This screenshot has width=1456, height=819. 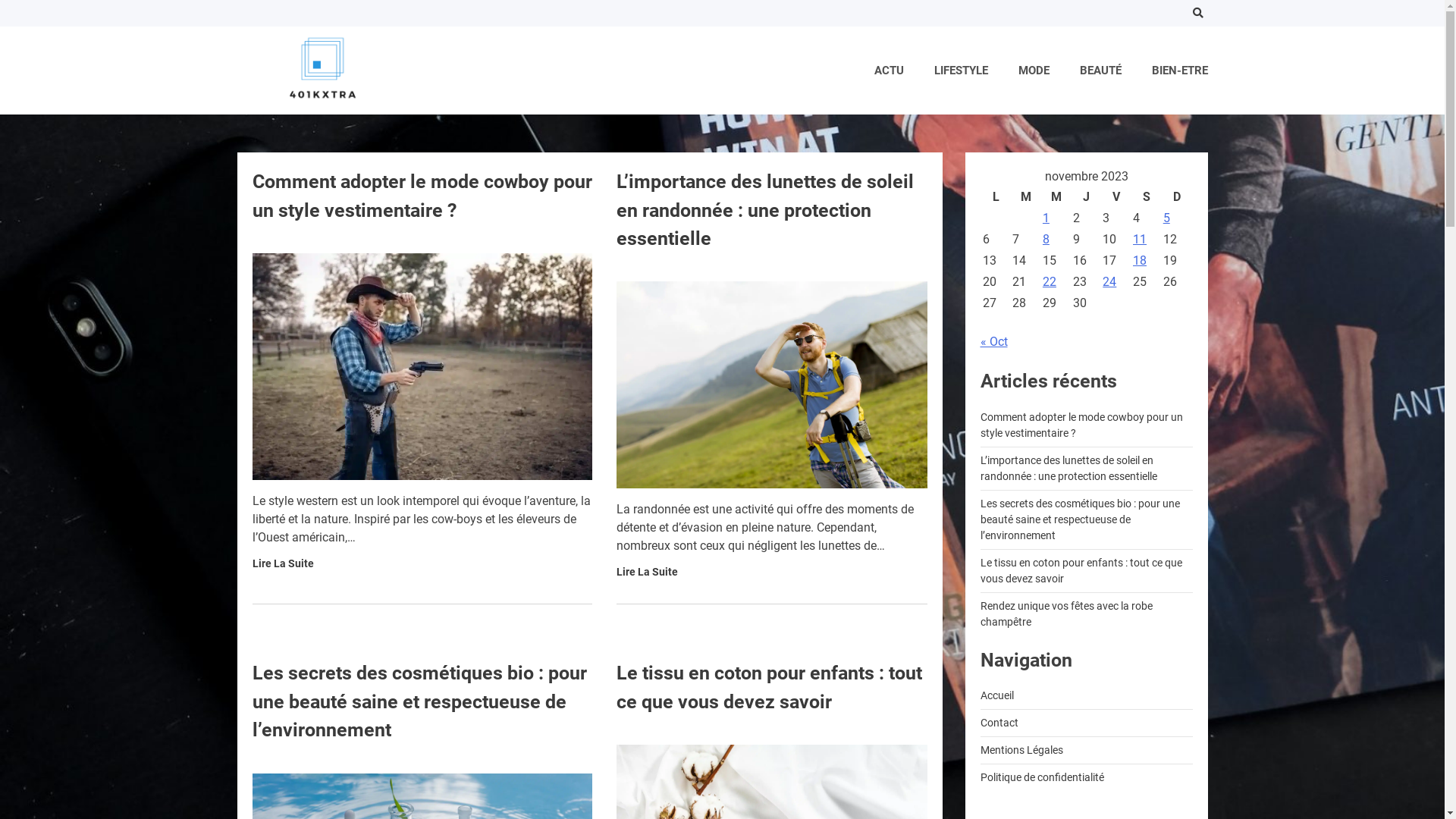 I want to click on '18', so click(x=1139, y=259).